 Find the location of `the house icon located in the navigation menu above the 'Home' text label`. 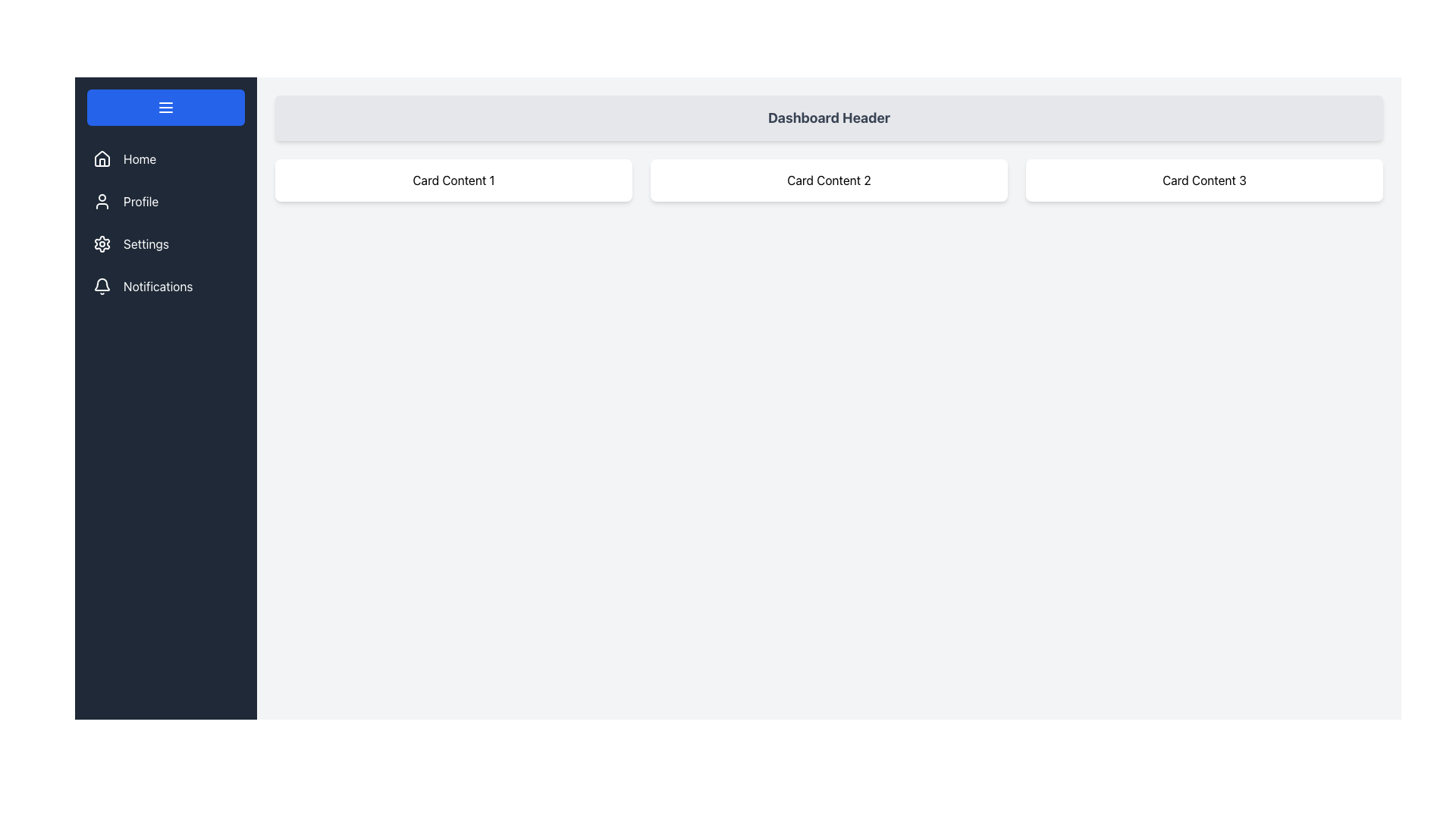

the house icon located in the navigation menu above the 'Home' text label is located at coordinates (101, 158).